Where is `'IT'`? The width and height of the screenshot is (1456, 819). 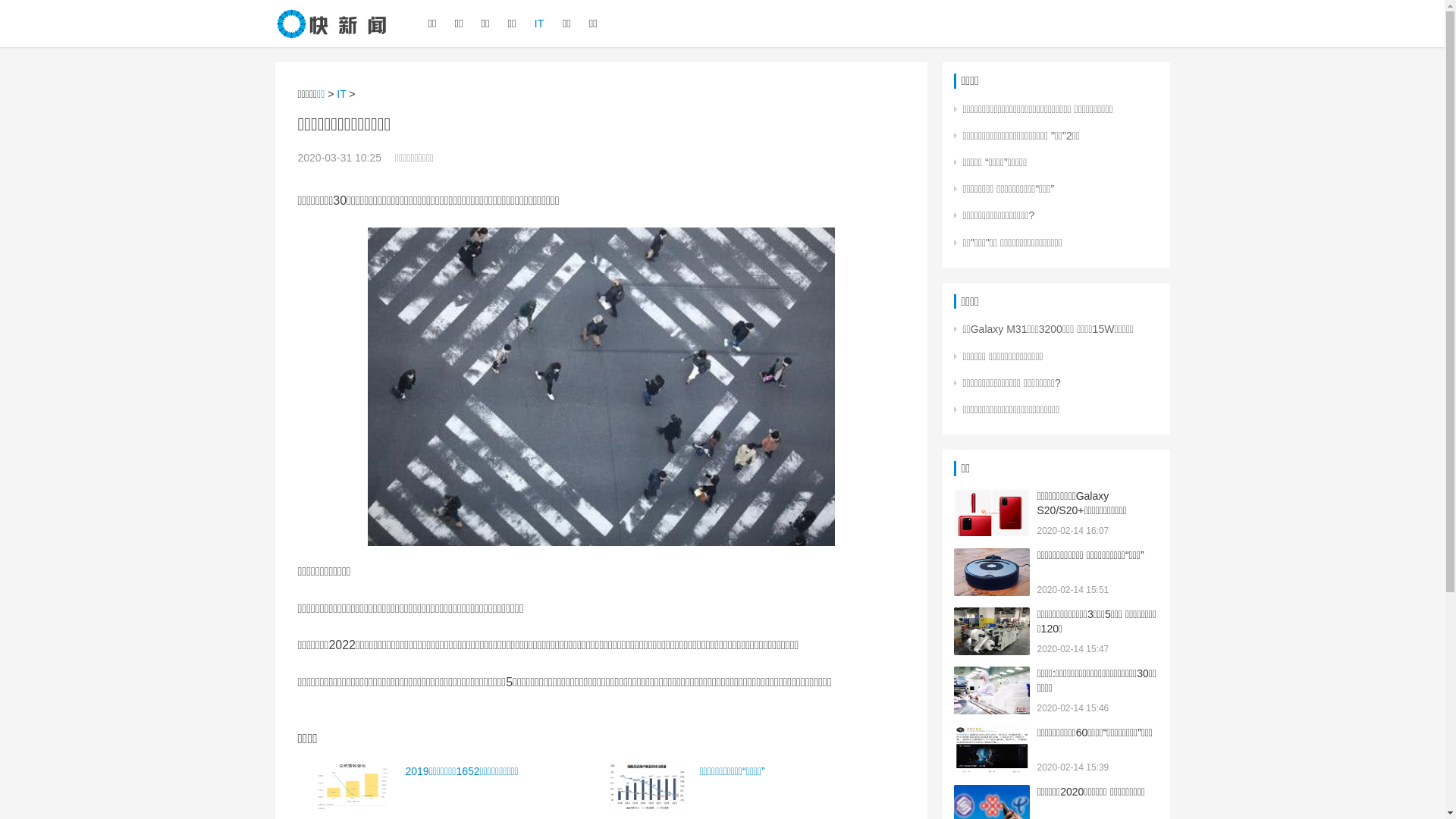
'IT' is located at coordinates (340, 93).